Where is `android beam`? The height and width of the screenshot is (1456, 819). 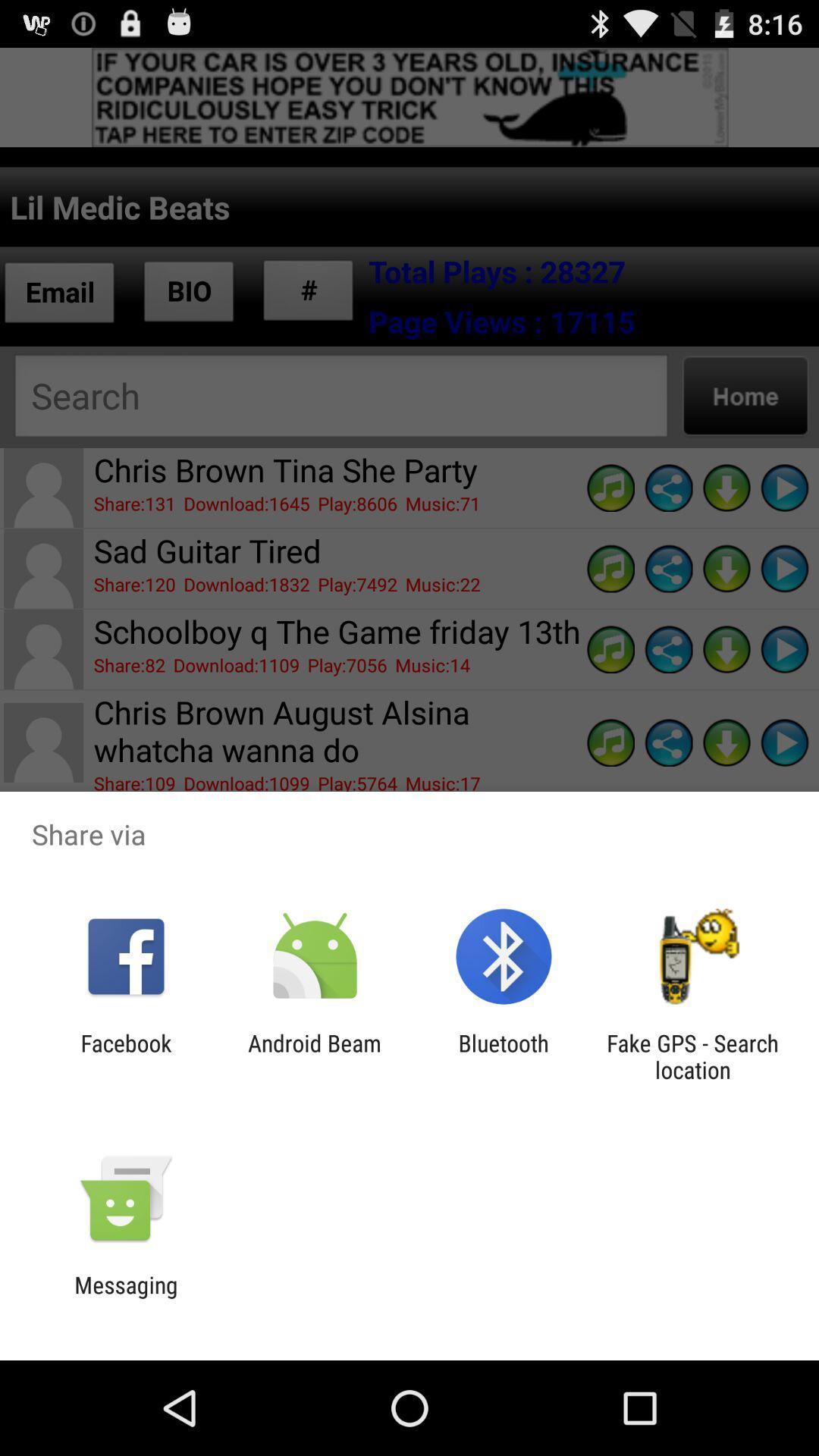 android beam is located at coordinates (314, 1056).